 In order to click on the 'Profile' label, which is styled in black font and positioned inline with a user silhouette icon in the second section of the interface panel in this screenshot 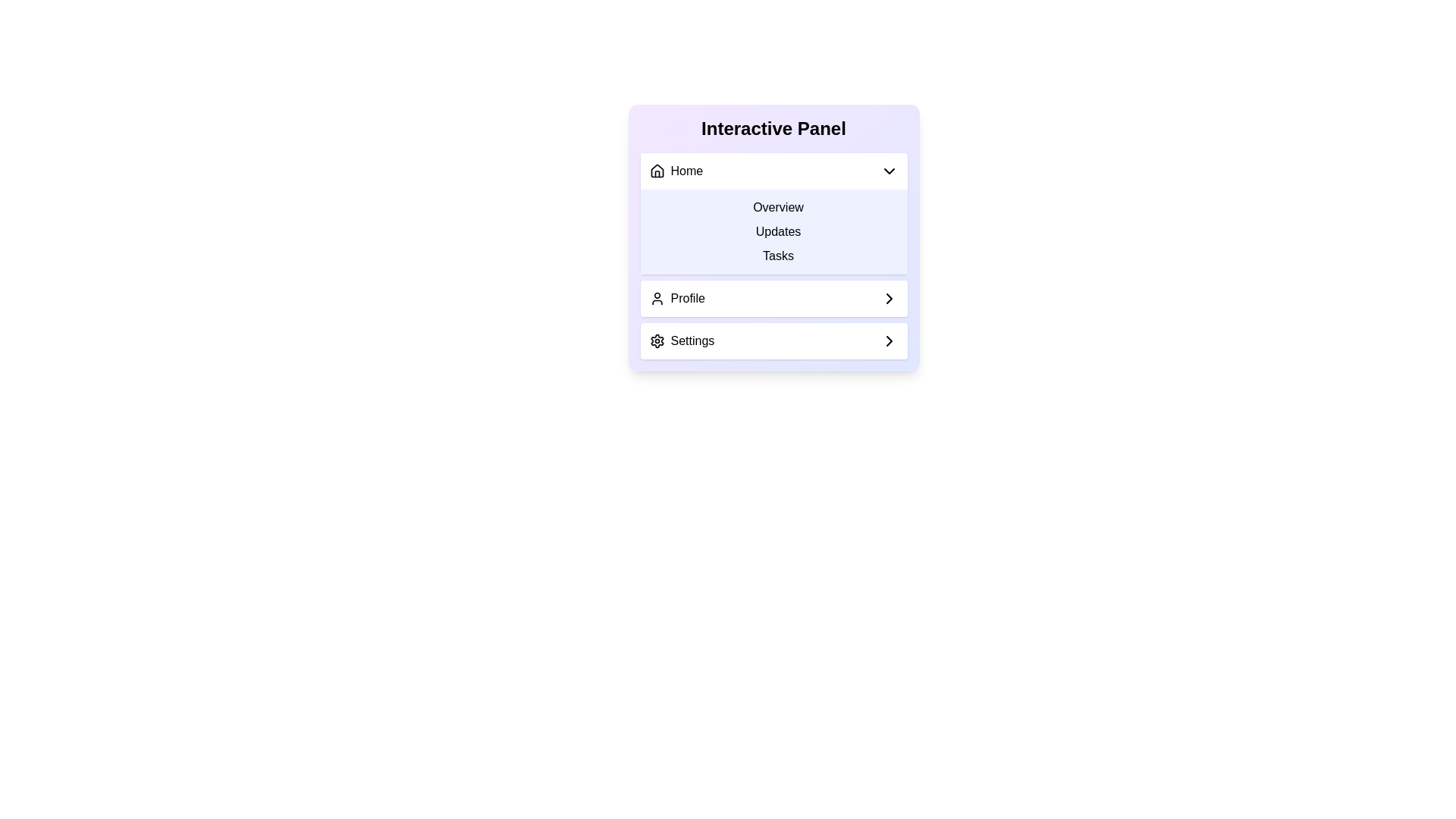, I will do `click(687, 298)`.